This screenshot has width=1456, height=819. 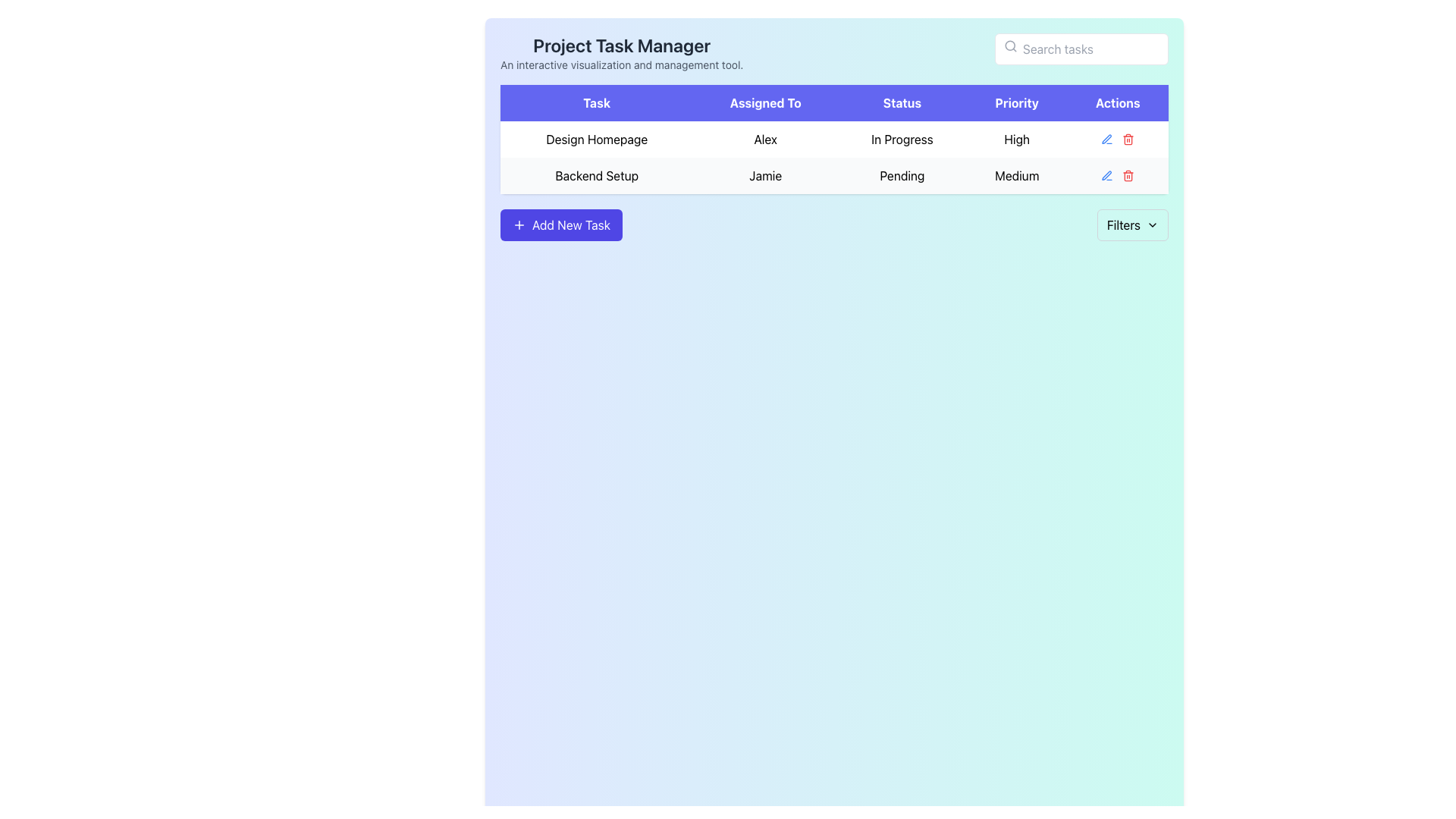 I want to click on displayed text of the bold heading 'Project Task Manager' and its subtitle 'An interactive visualization and management tool.' located at the upper-left corner of the interface, so click(x=622, y=52).